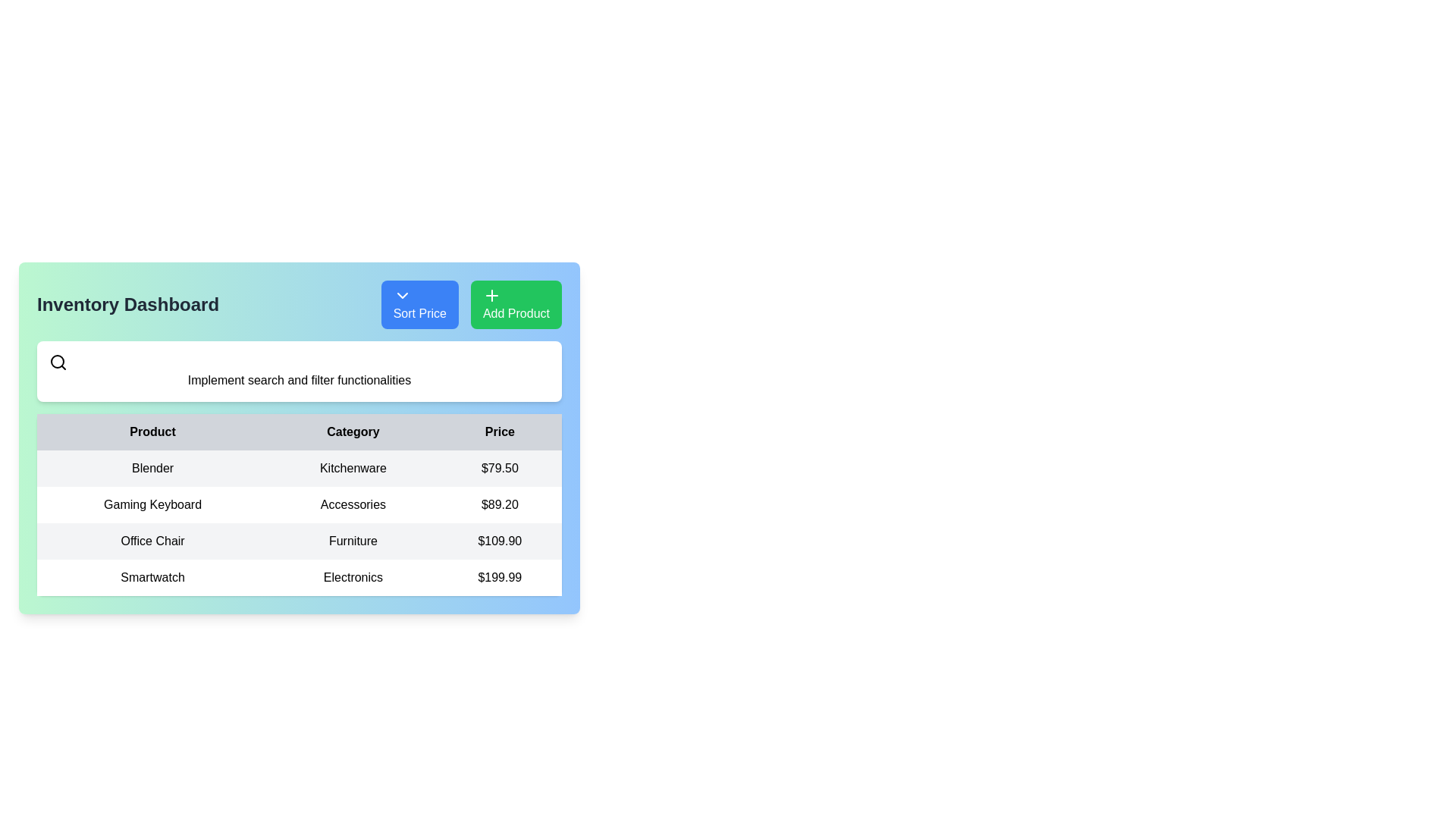 The height and width of the screenshot is (819, 1456). Describe the element at coordinates (491, 295) in the screenshot. I see `the small green-colored plus icon located in the top-right corner of the 'Add Product' button` at that location.